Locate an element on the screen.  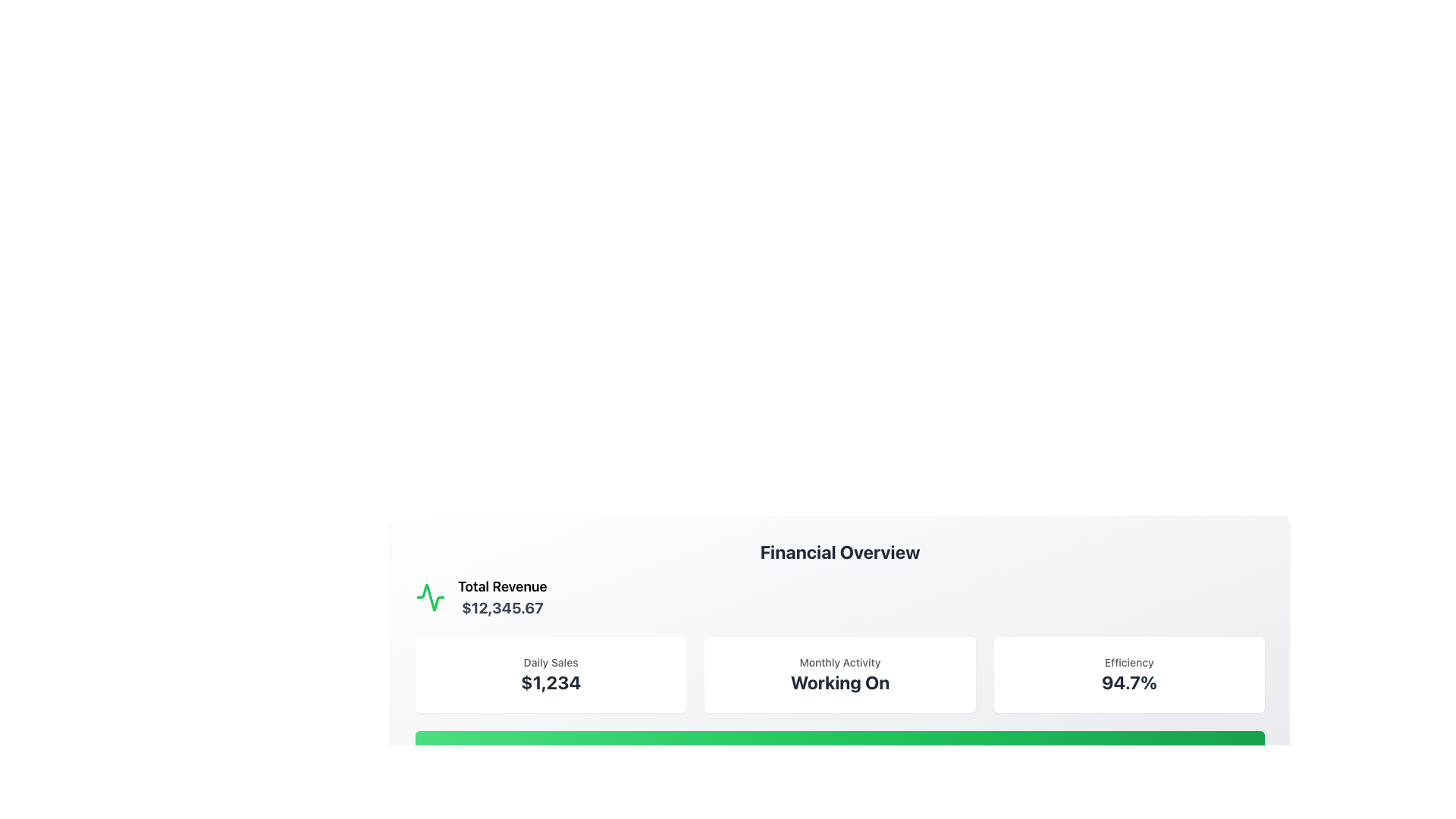
text displaying the amount '$12,345.67' which is prominently styled in bold dark gray, located directly below the label 'Total Revenue' in the financial summary section is located at coordinates (502, 607).